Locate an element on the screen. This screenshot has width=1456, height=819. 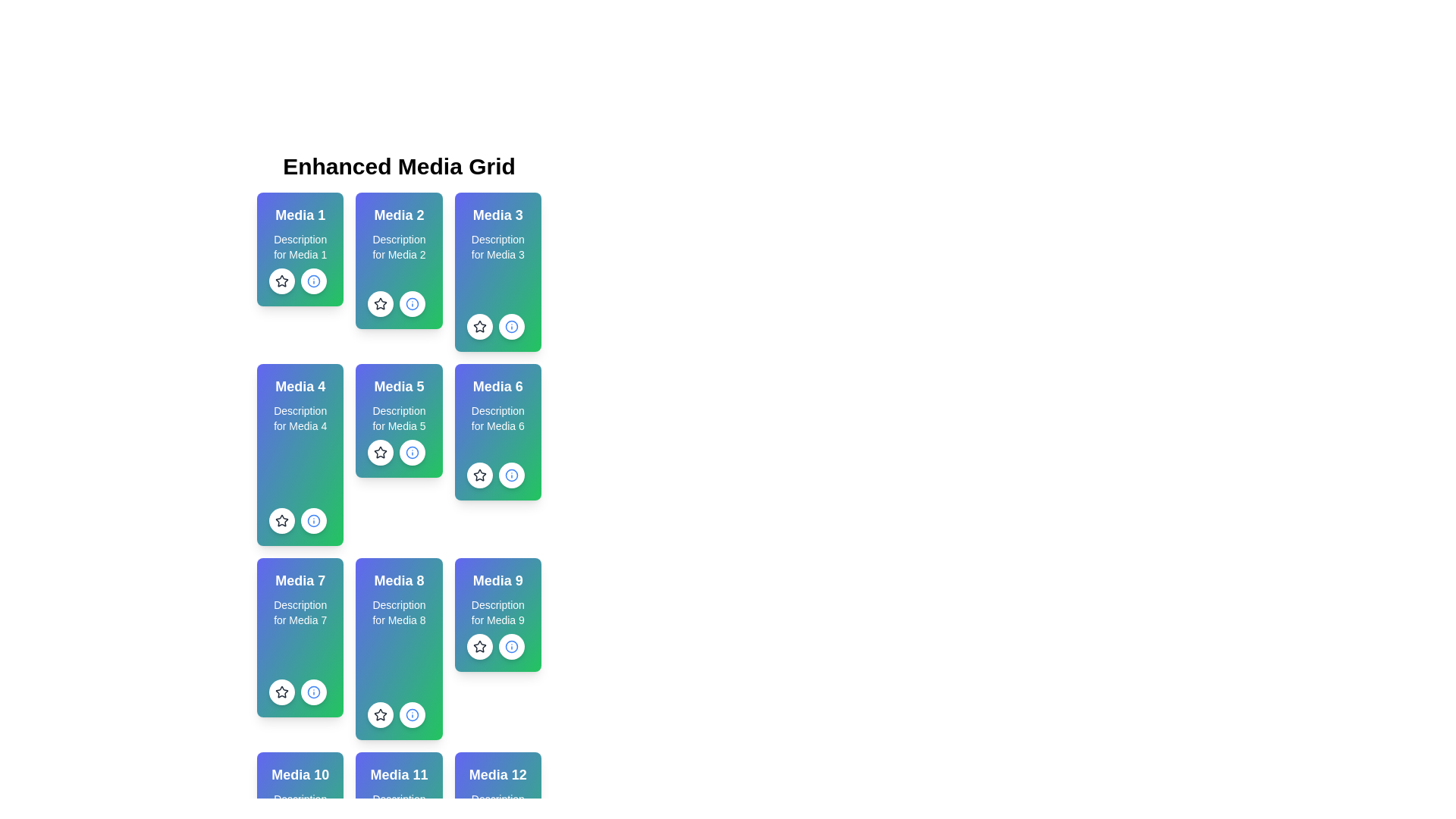
the star icon styled as an outline of a star, which is the first star icon in the third column of the grid layout is located at coordinates (479, 325).